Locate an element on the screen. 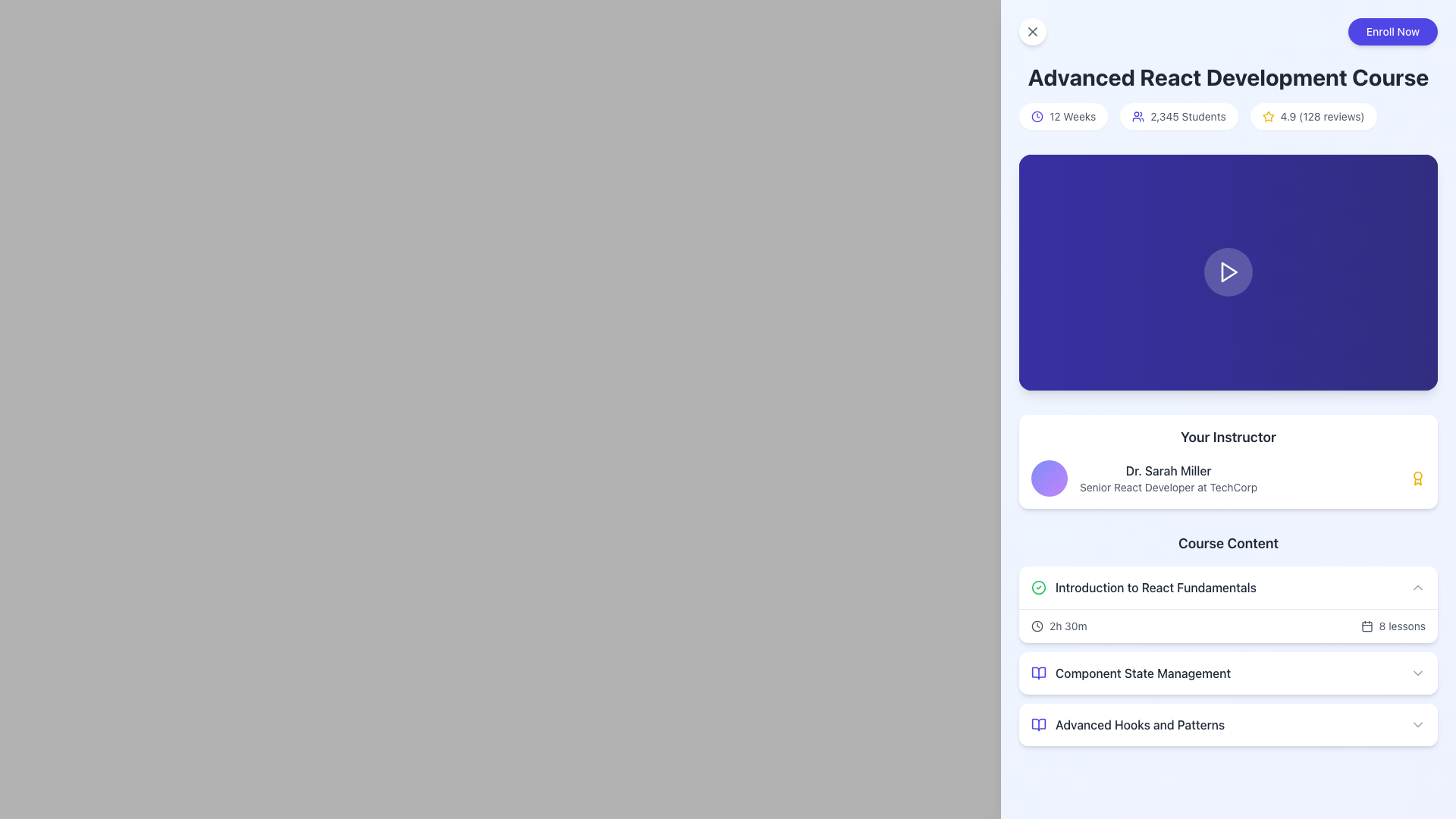  the static text label that provides information about the instructor's job title and company affiliation, located under the subsection 'Your Instructor' on the right side of the interface is located at coordinates (1168, 487).